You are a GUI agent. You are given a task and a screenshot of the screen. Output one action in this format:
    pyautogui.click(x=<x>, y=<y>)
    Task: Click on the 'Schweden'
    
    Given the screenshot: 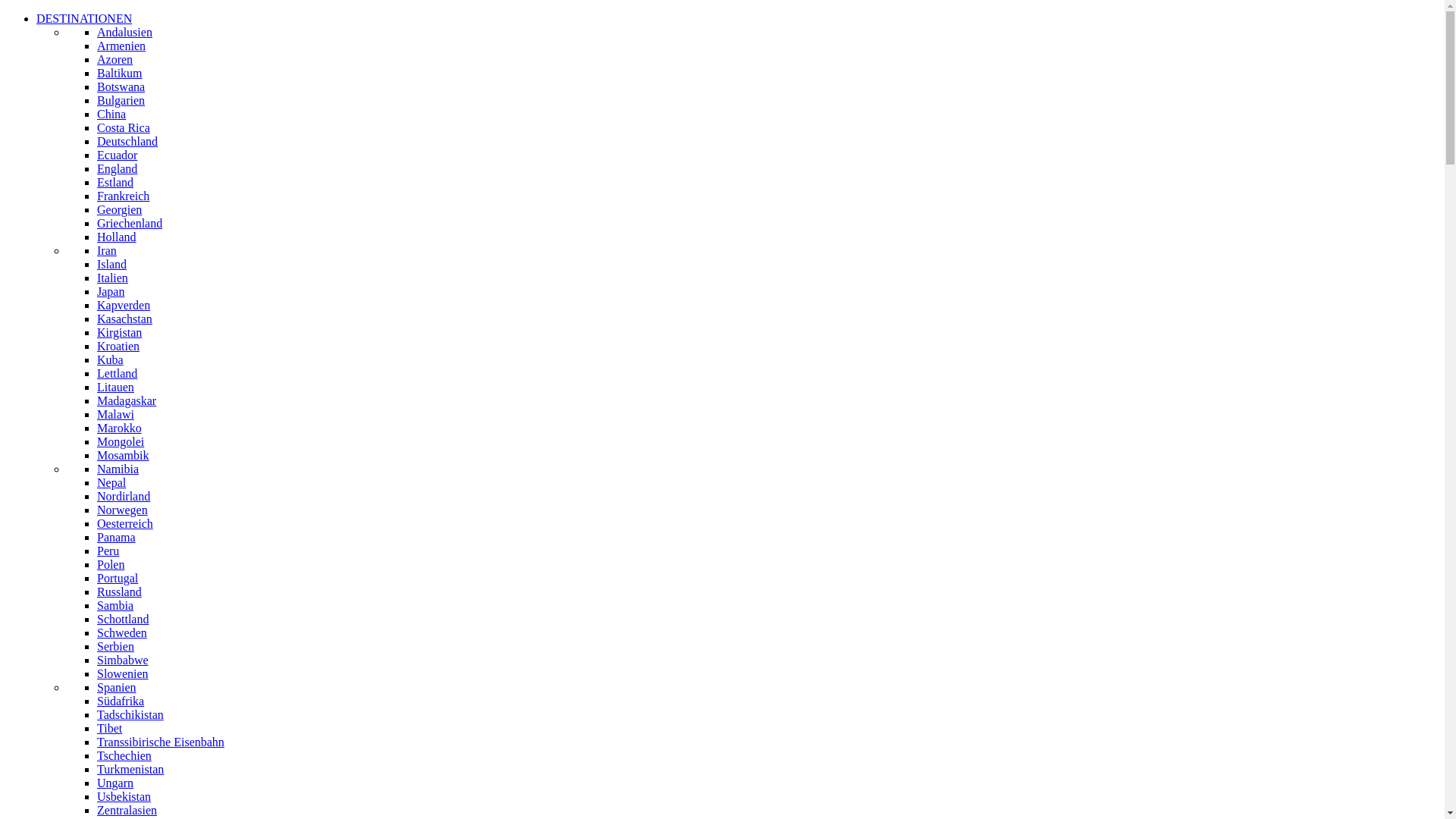 What is the action you would take?
    pyautogui.click(x=122, y=632)
    